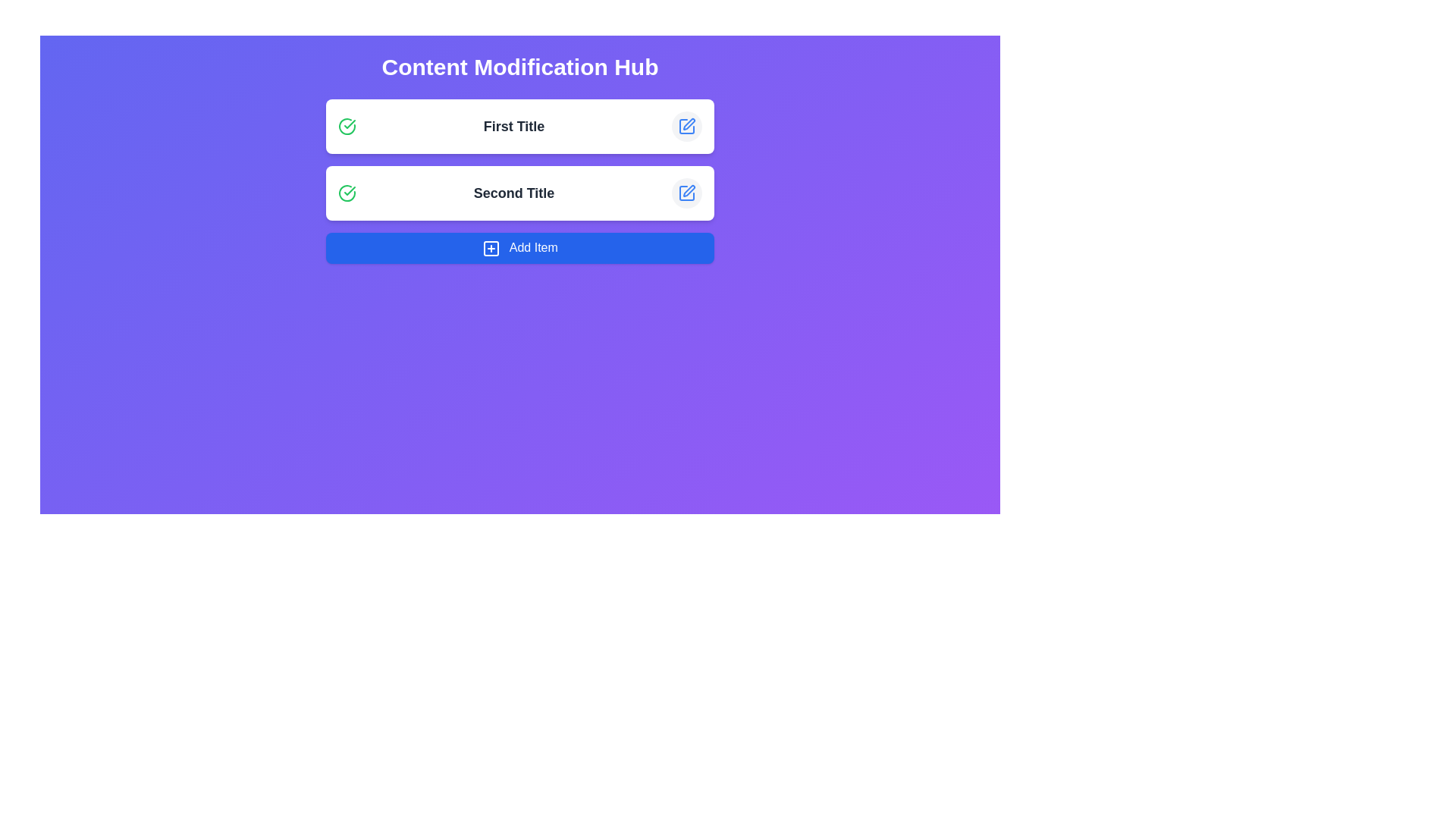 The image size is (1456, 819). What do you see at coordinates (688, 124) in the screenshot?
I see `the pen icon located on the right-hand side next to the 'First Title' label within a white card to initiate an edit action` at bounding box center [688, 124].